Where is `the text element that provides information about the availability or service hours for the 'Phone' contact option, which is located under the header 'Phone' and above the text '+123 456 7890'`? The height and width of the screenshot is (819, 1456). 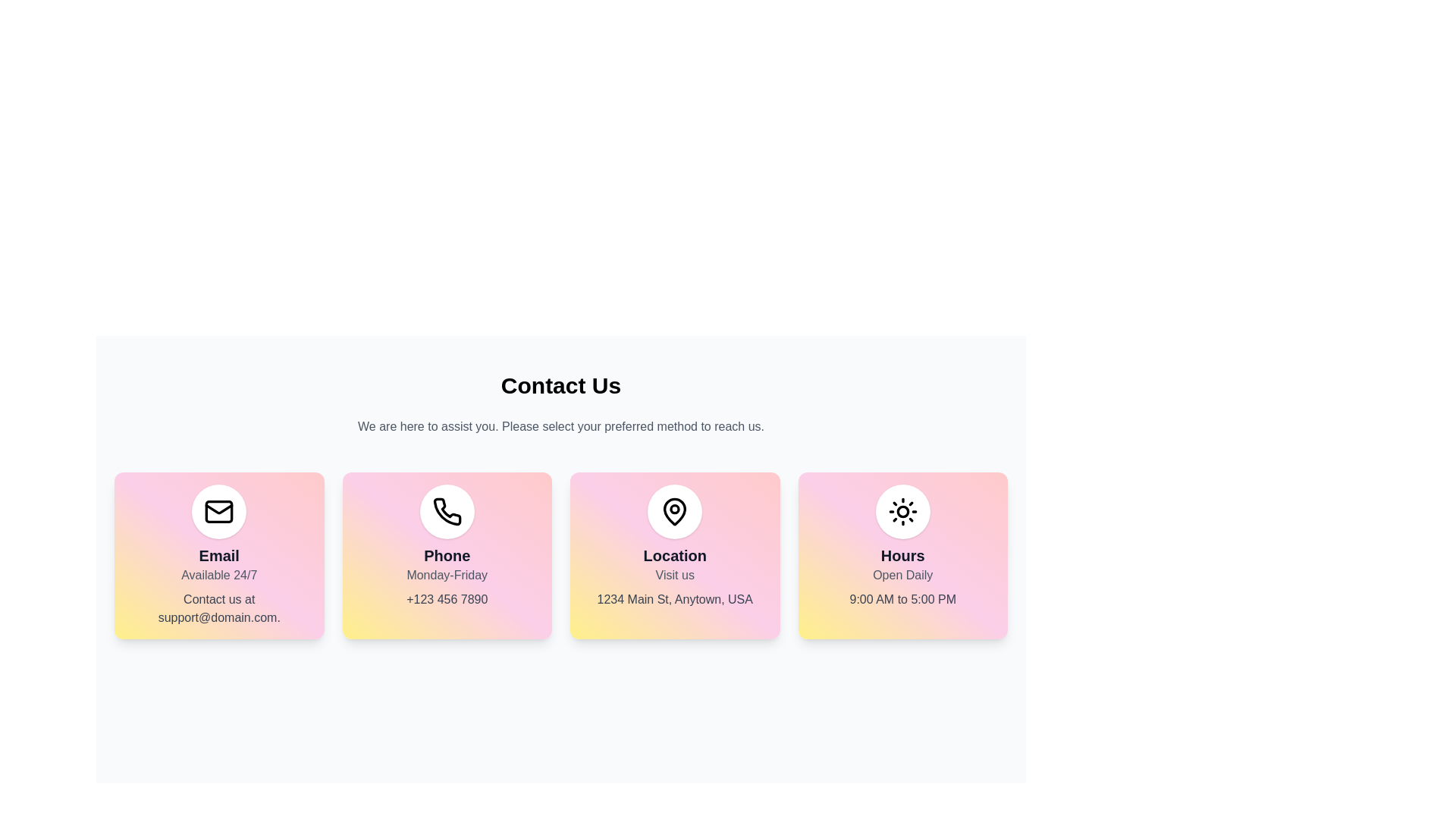 the text element that provides information about the availability or service hours for the 'Phone' contact option, which is located under the header 'Phone' and above the text '+123 456 7890' is located at coordinates (446, 576).